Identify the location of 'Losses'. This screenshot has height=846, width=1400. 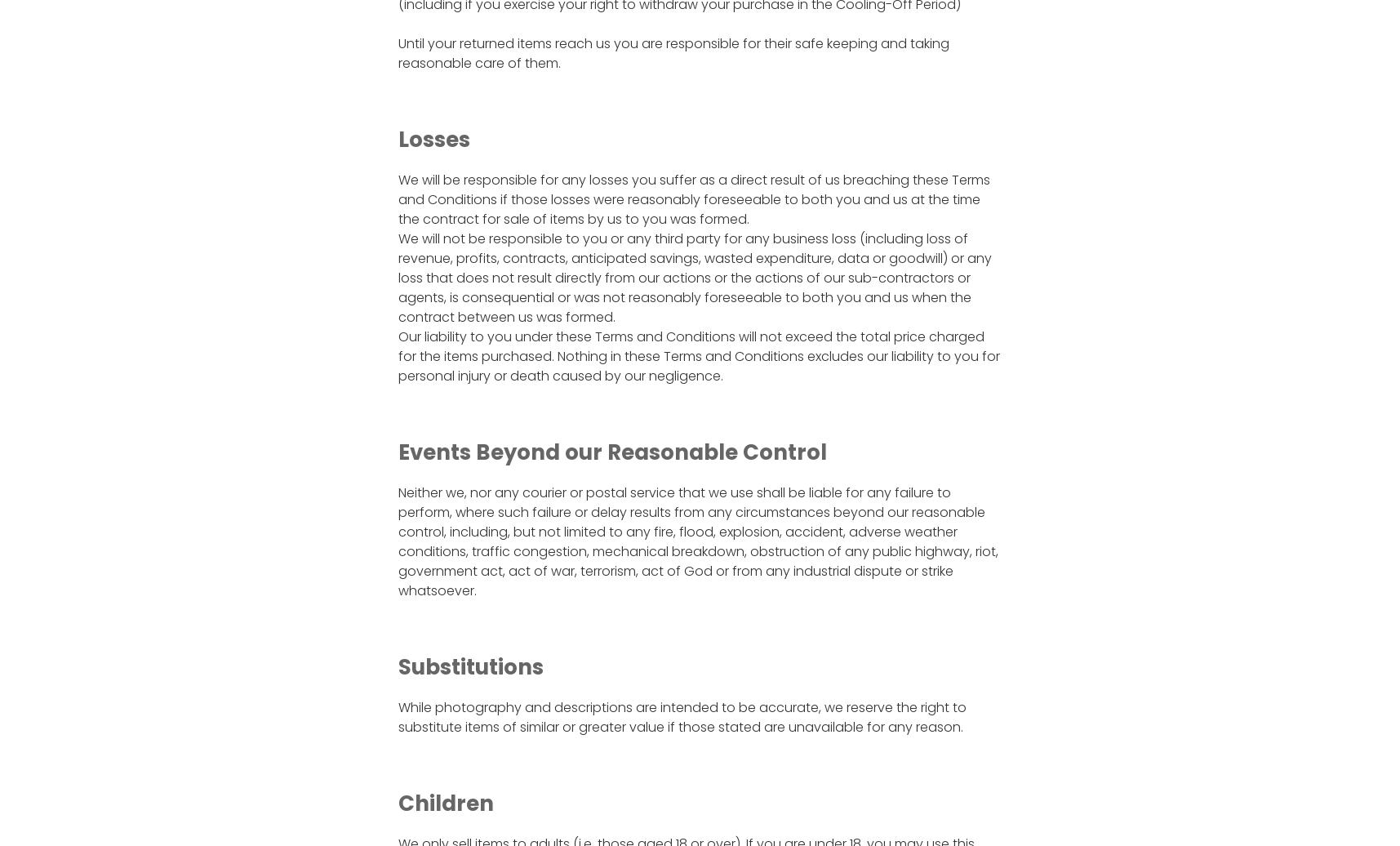
(432, 139).